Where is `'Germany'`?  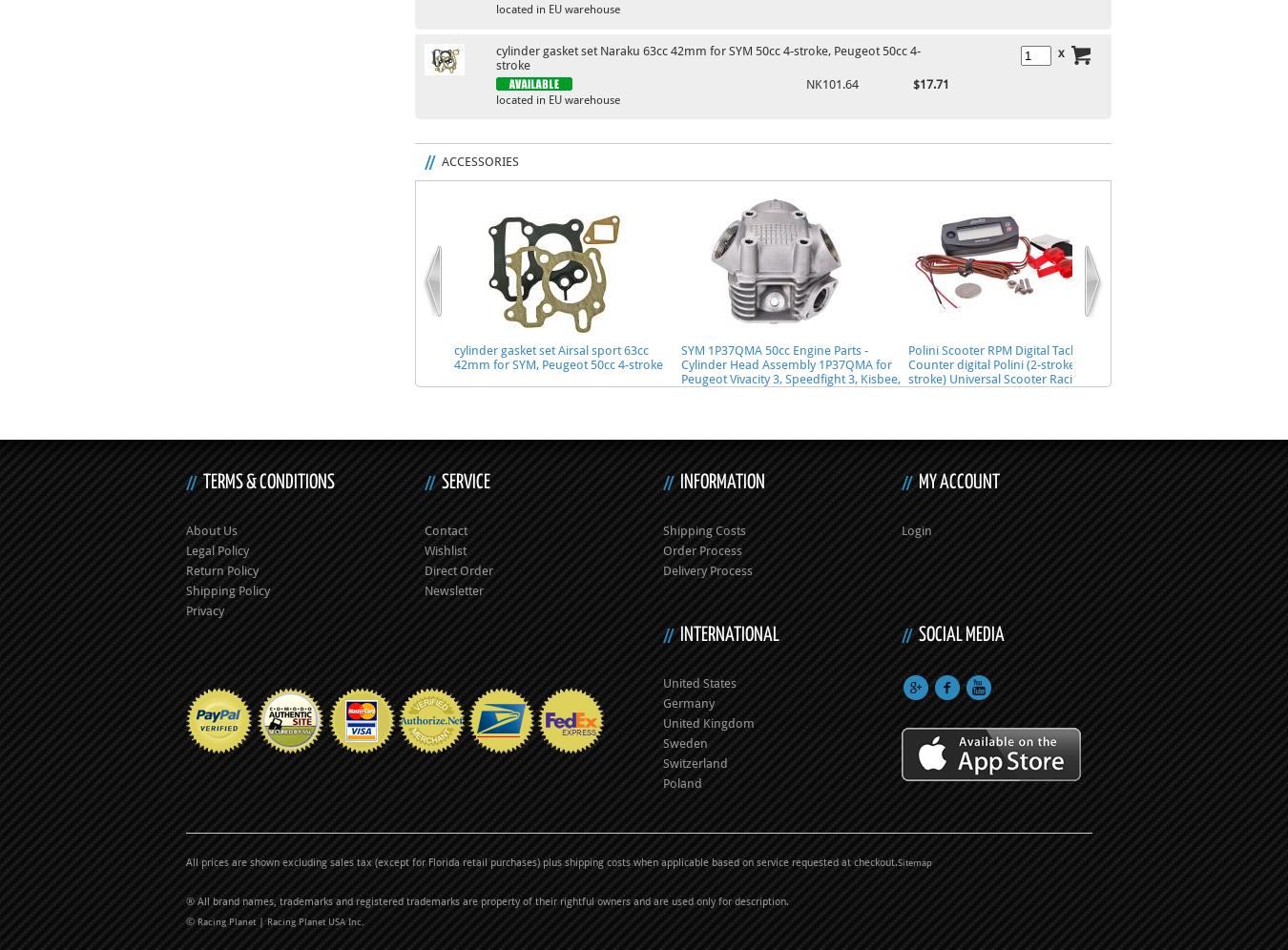
'Germany' is located at coordinates (687, 702).